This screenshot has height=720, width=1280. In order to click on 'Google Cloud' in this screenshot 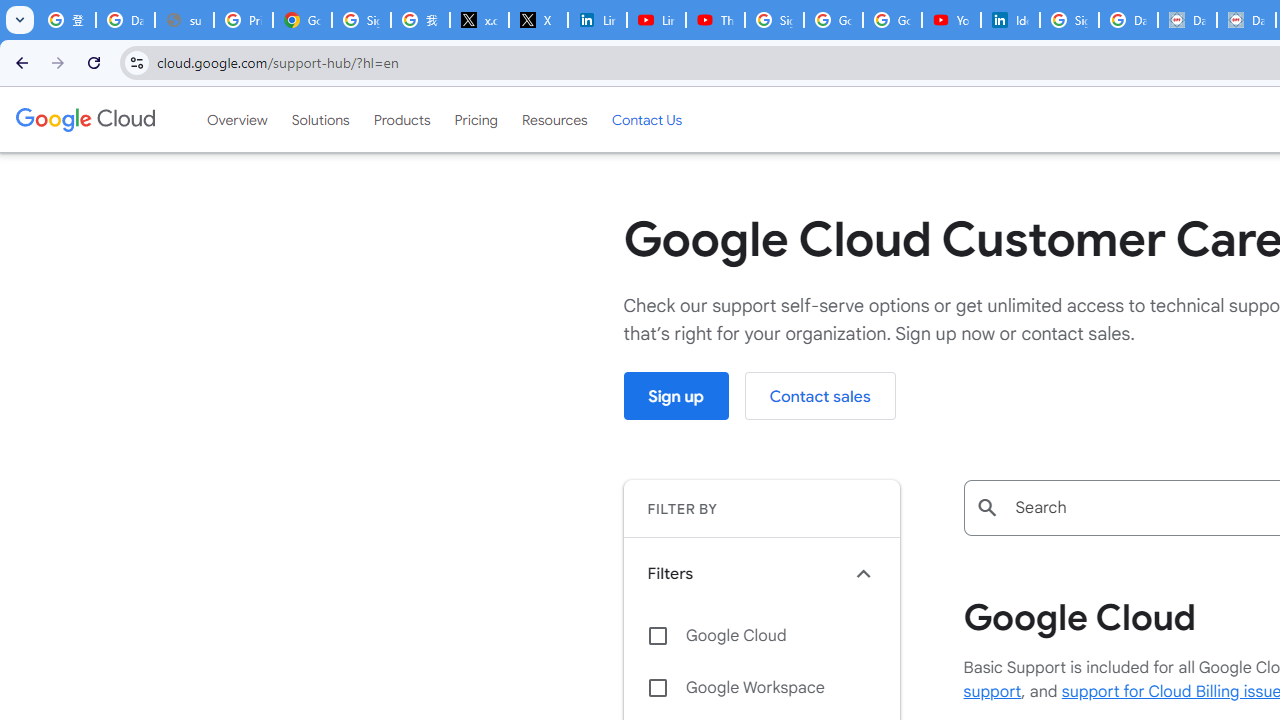, I will do `click(760, 635)`.